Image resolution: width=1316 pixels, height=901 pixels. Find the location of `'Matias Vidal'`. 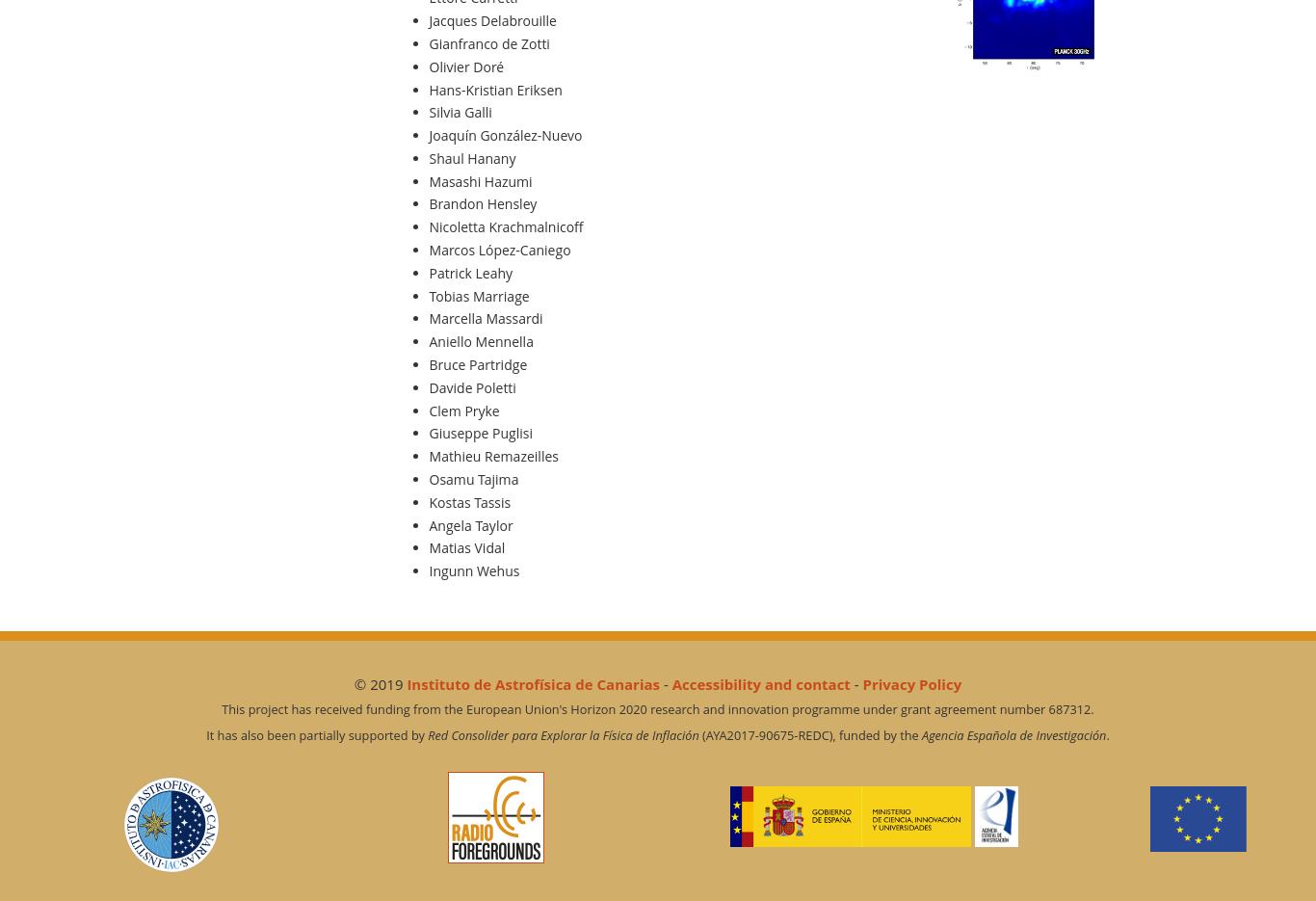

'Matias Vidal' is located at coordinates (466, 547).